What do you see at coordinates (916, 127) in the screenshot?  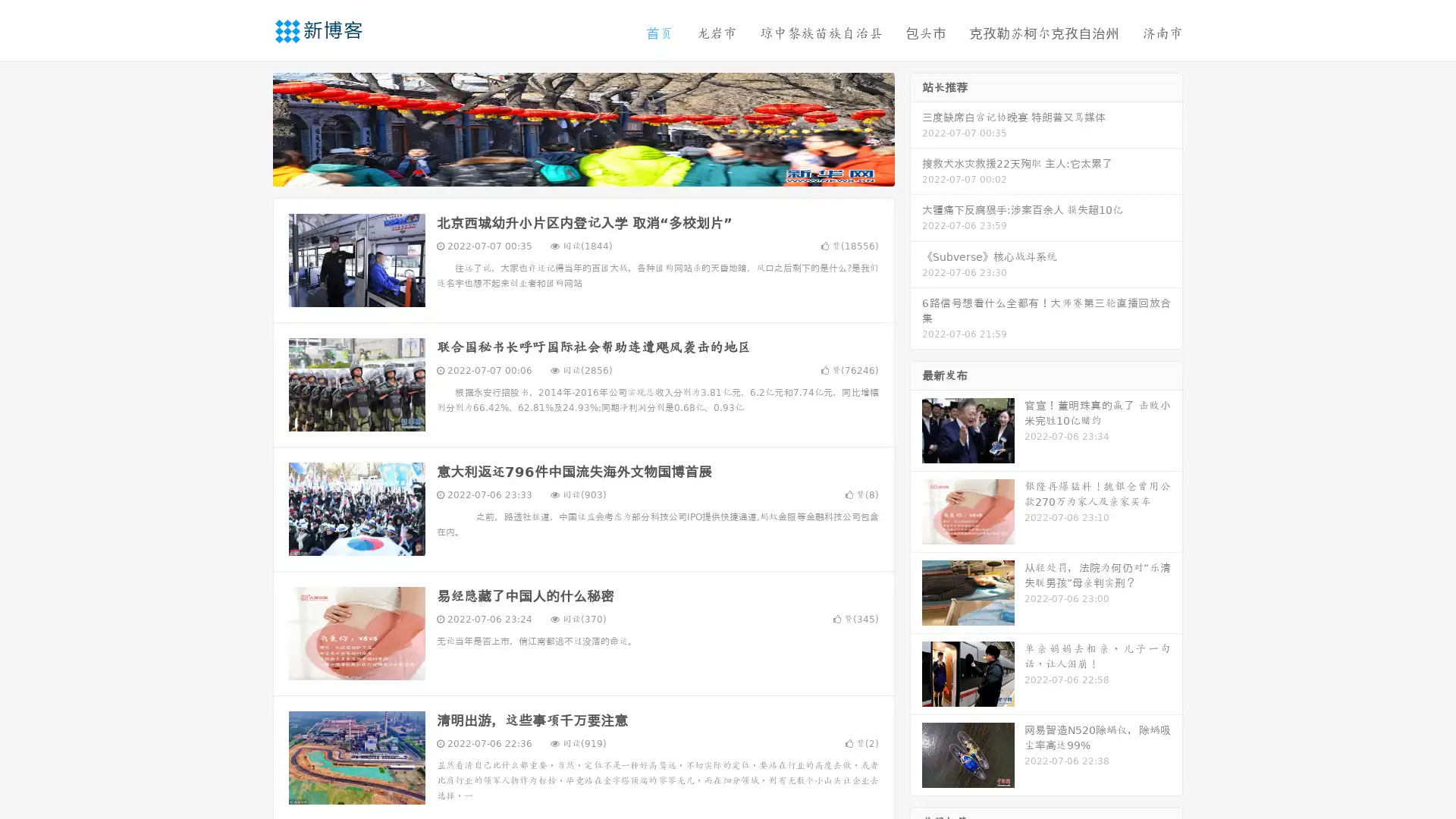 I see `Next slide` at bounding box center [916, 127].